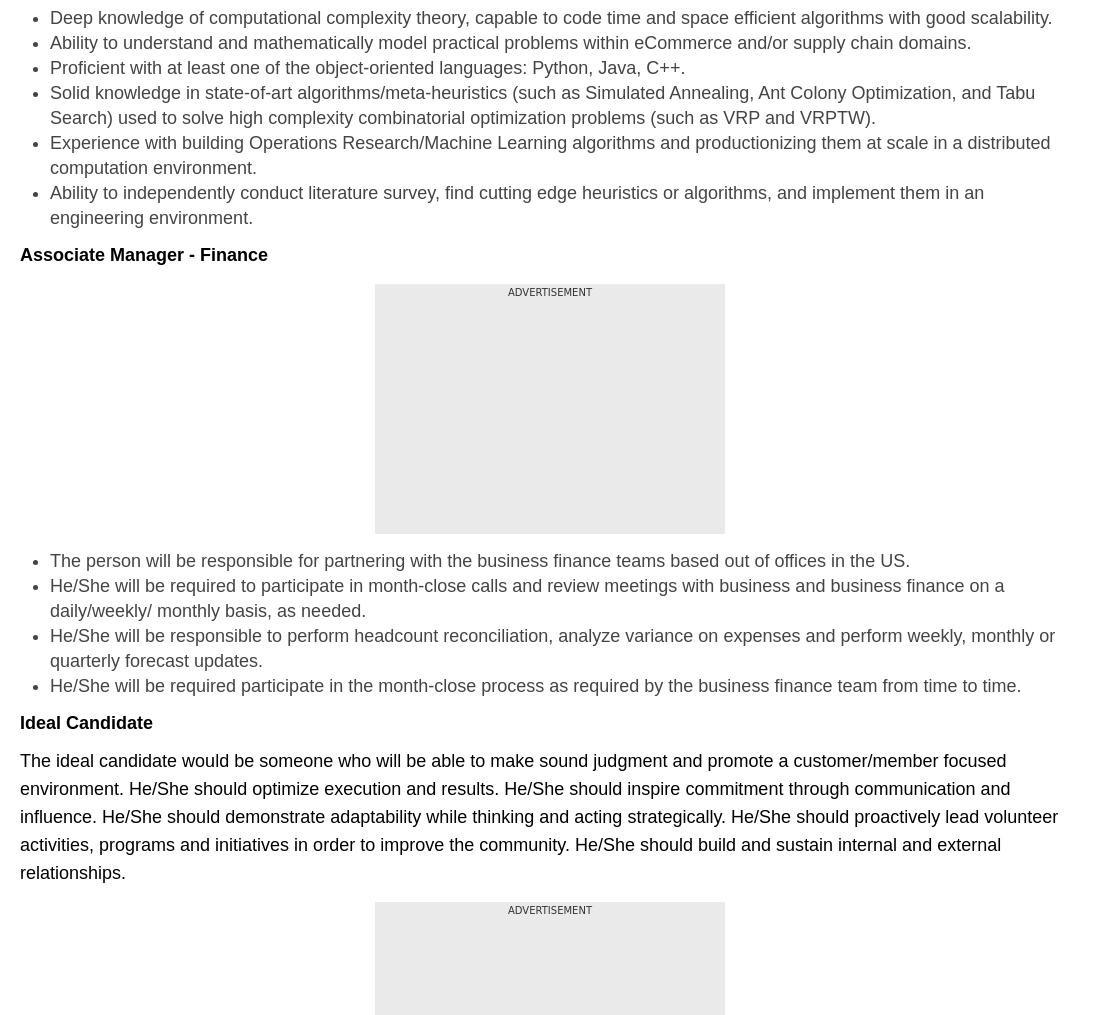 This screenshot has height=1015, width=1100. I want to click on 'He/She will be required to participate in month-close calls and review meetings with business and business finance on a daily/weekly/ monthly basis, as needed.', so click(527, 596).